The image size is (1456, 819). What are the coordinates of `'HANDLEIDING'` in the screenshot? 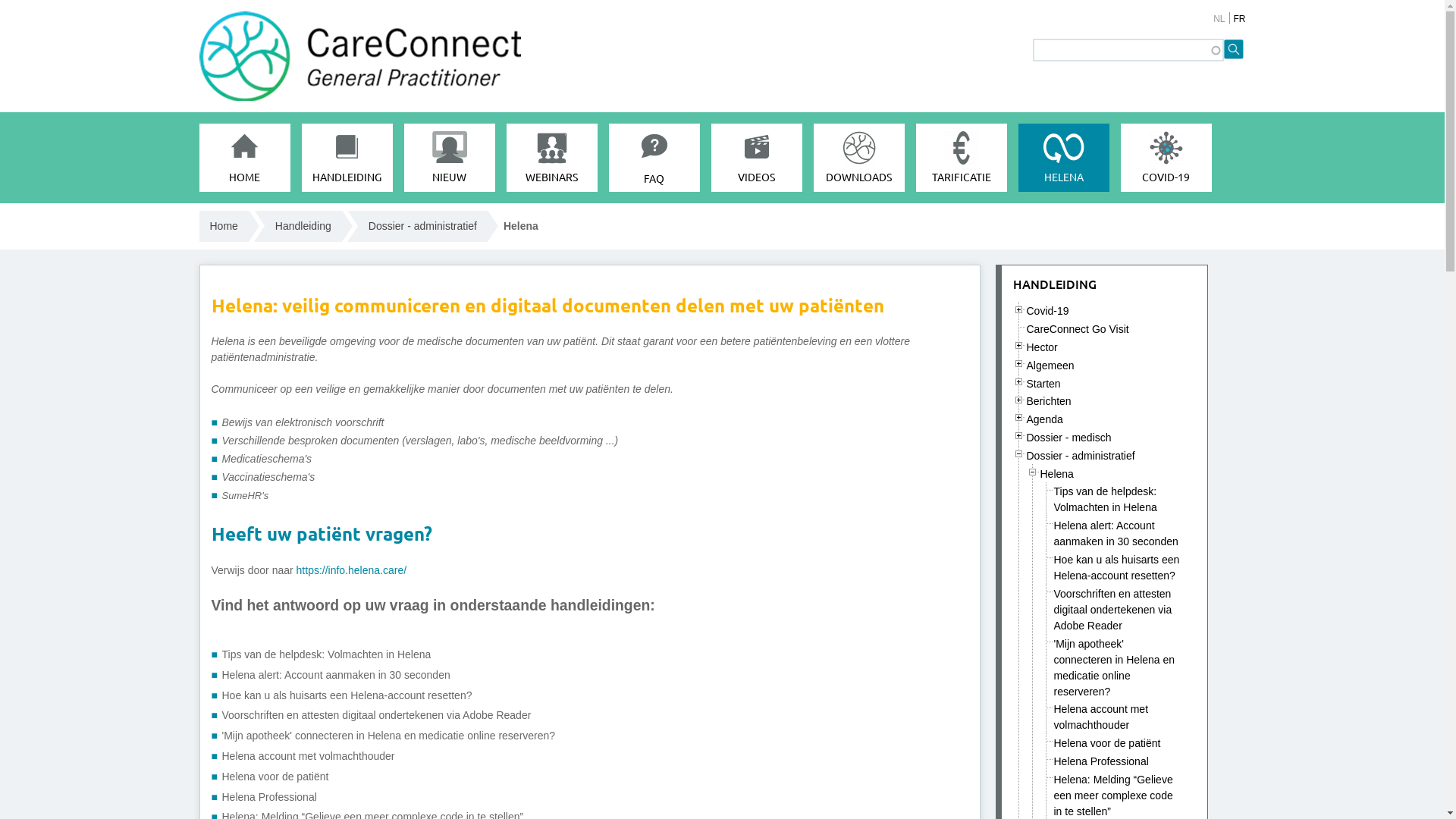 It's located at (1054, 284).